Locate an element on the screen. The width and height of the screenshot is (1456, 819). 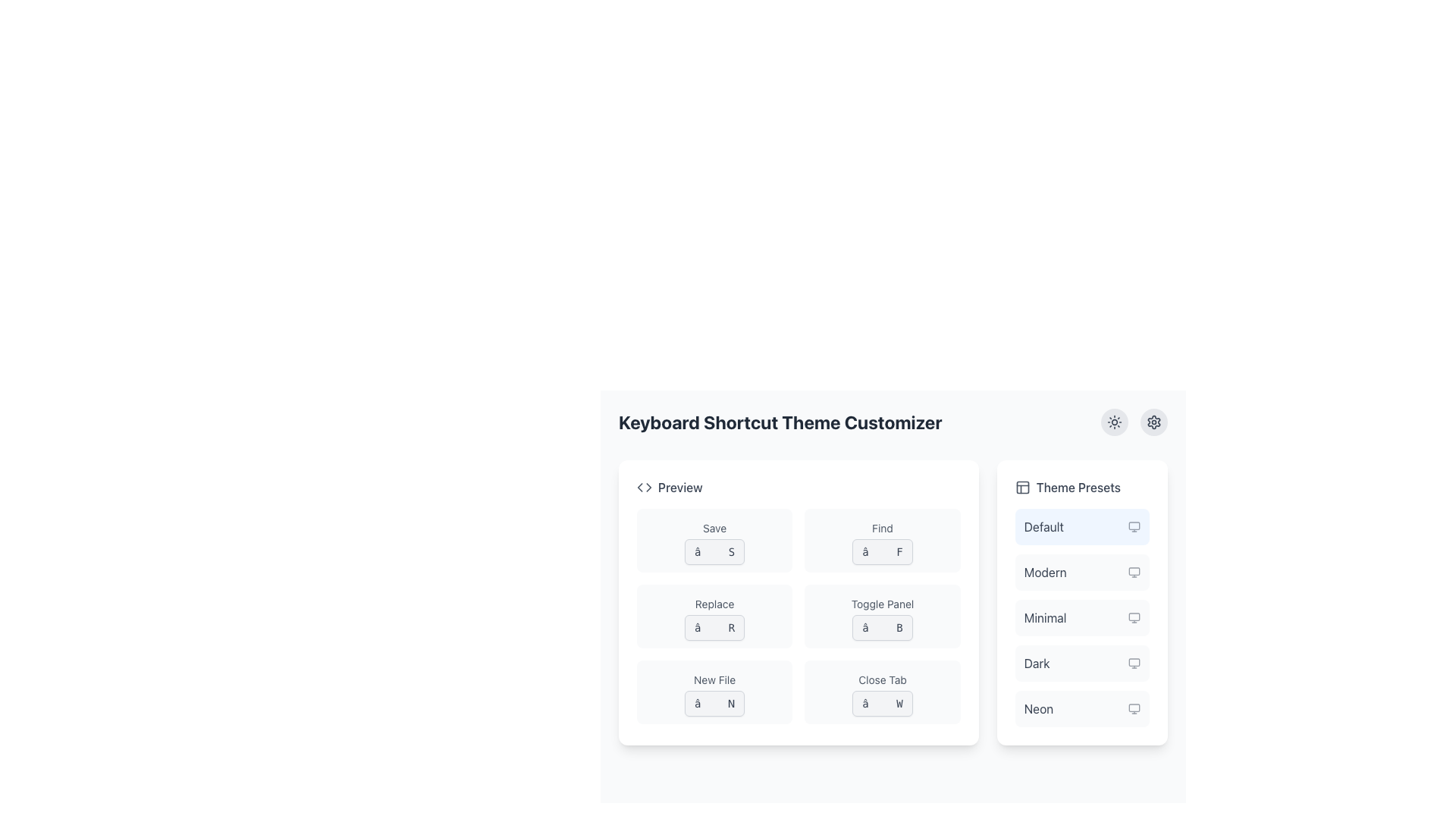
the gear icon, which is a circular icon with a light gray shade located in the top-right corner of the application is located at coordinates (1153, 422).